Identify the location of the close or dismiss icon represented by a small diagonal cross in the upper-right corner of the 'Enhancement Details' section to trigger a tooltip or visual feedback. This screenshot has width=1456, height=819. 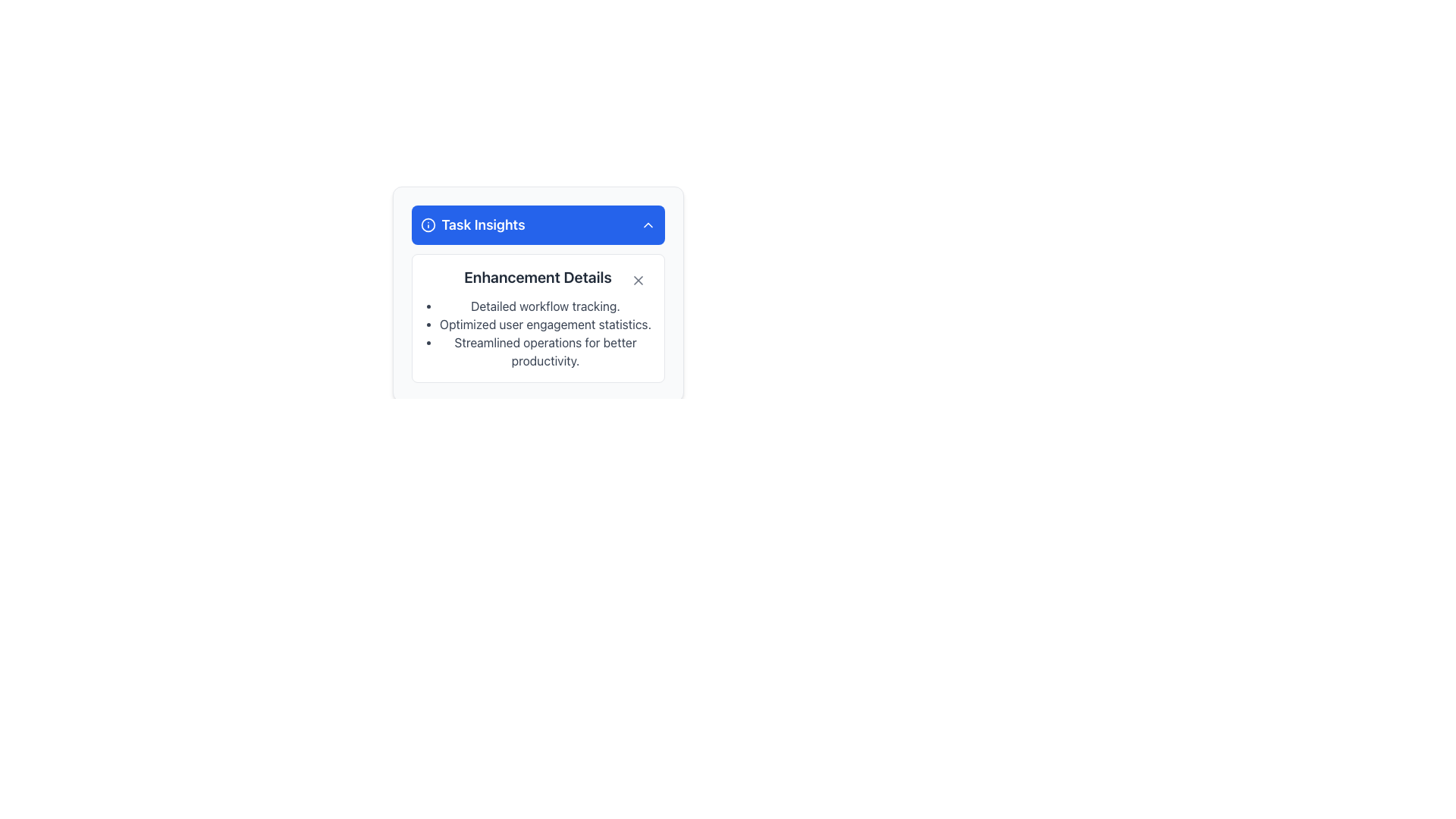
(638, 281).